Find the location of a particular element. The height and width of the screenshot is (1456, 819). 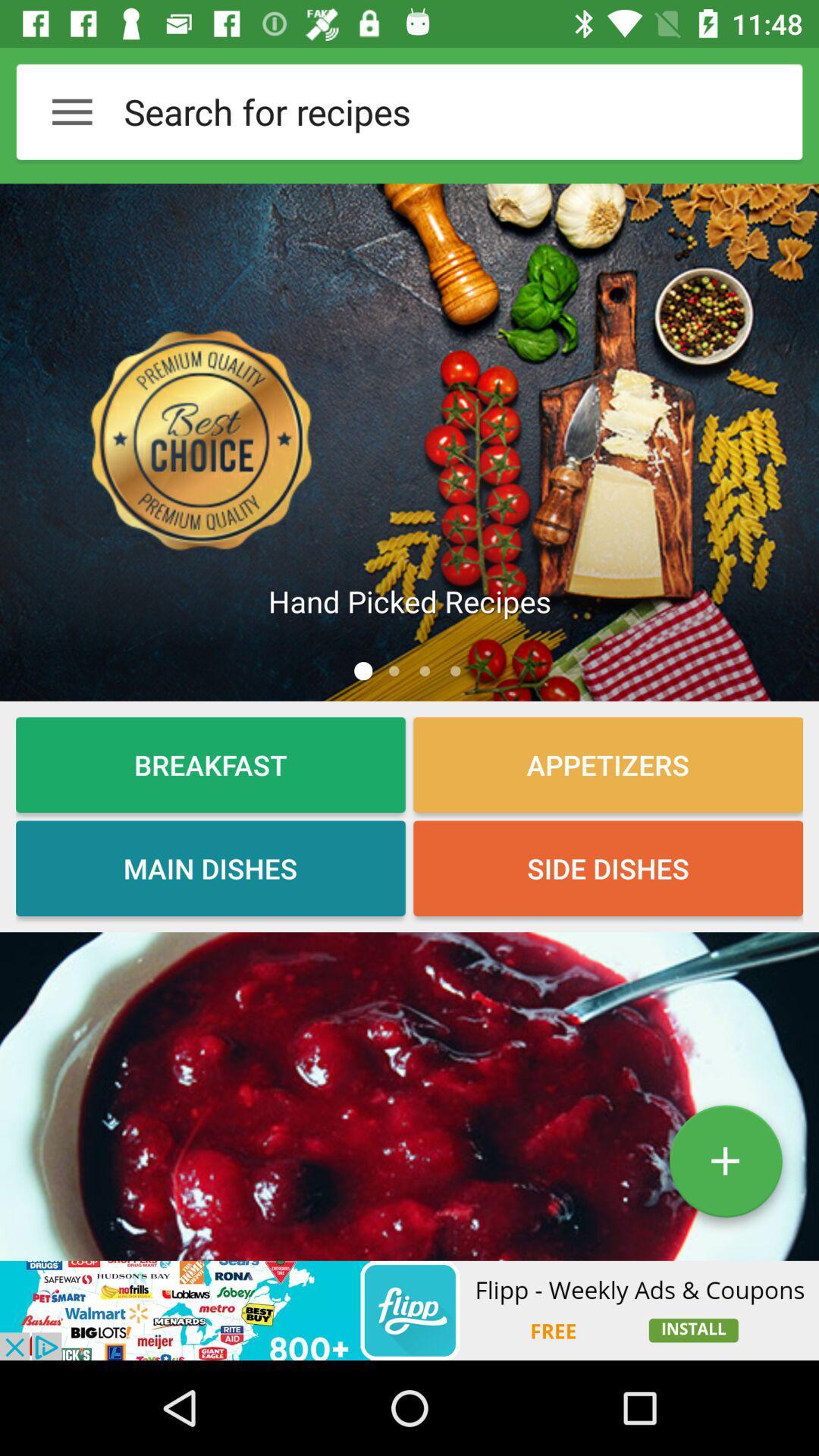

the appetizers button on the web page is located at coordinates (607, 764).